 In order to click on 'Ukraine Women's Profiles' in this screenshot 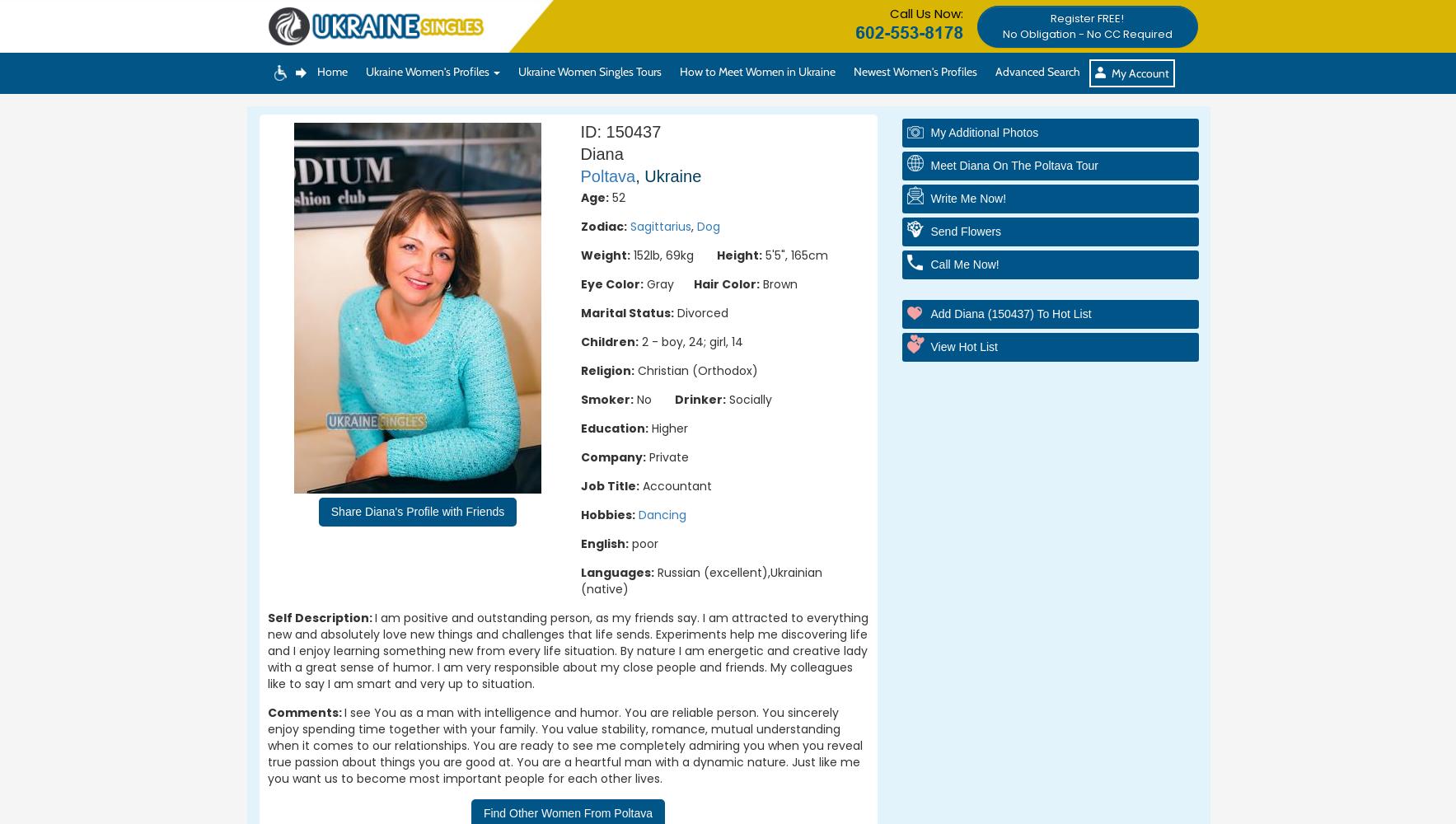, I will do `click(364, 71)`.